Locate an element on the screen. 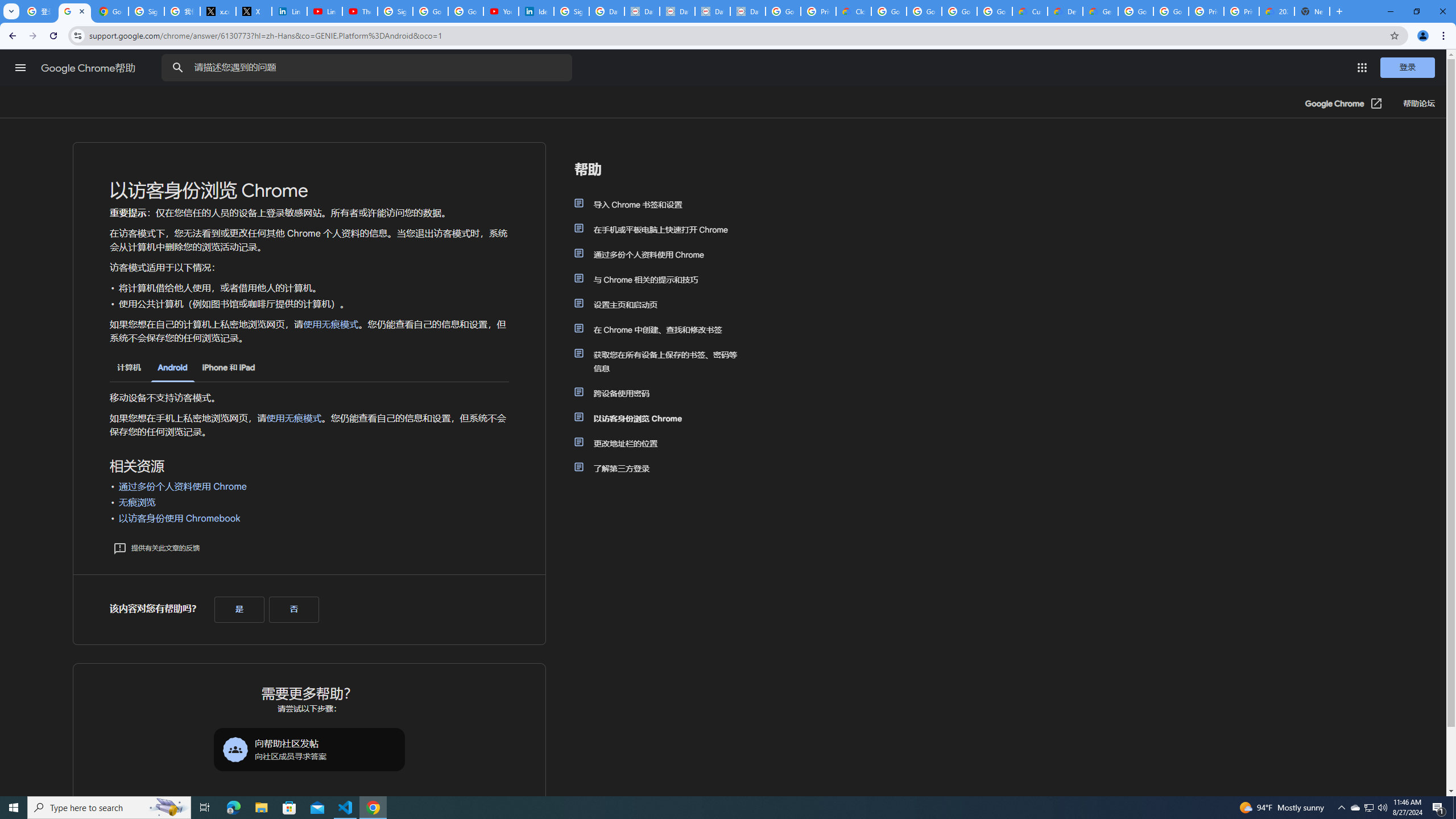  'New Tab' is located at coordinates (1312, 11).